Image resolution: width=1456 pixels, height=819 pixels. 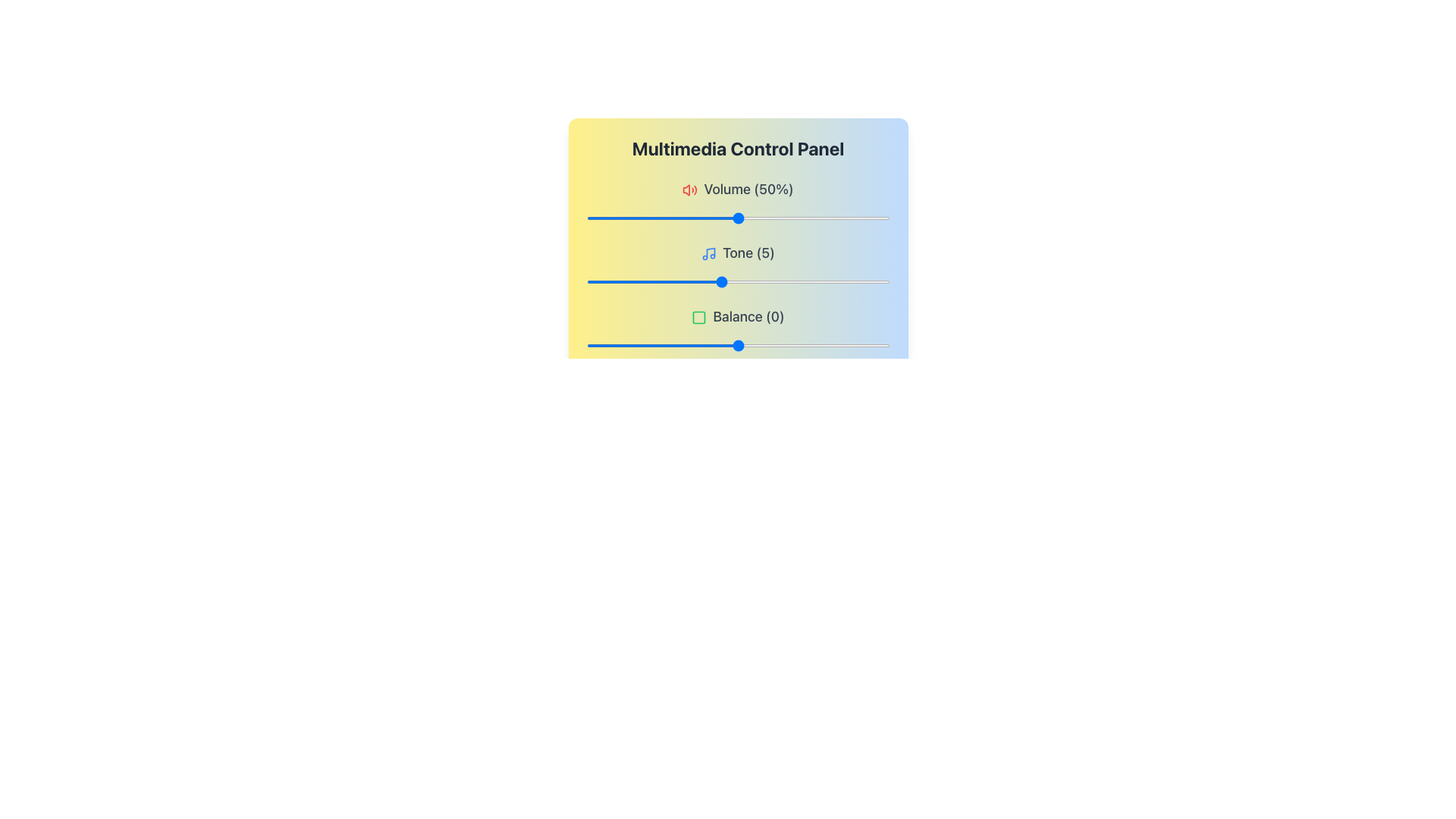 I want to click on the Volume control display section labeled 'Volume (50%)' with the speaker icon, so click(x=738, y=201).